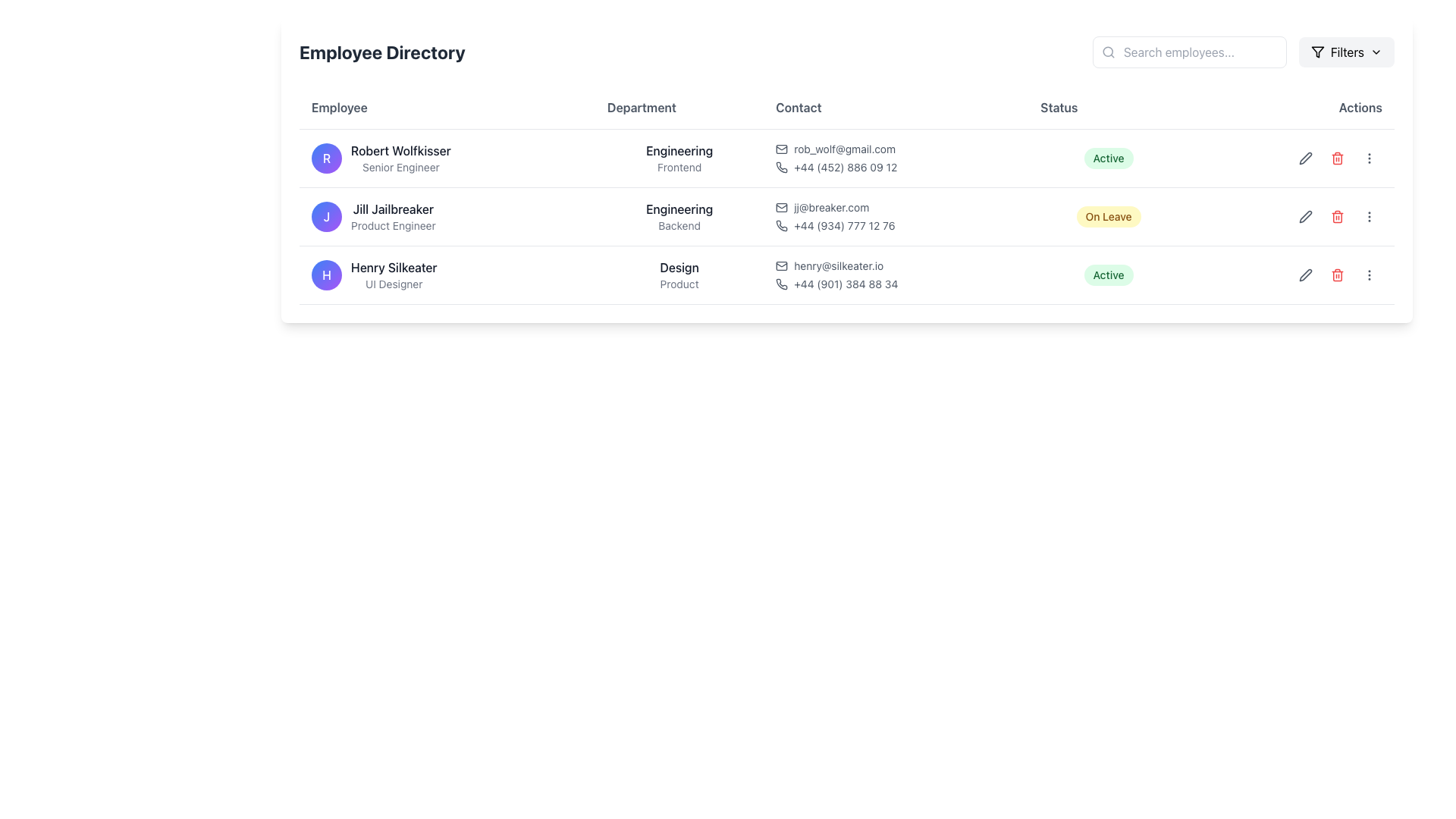  I want to click on the SVG envelope icon located in the 'Contact' column, positioned to the left of the email address 'rob_wolf@gmail.com', so click(782, 149).